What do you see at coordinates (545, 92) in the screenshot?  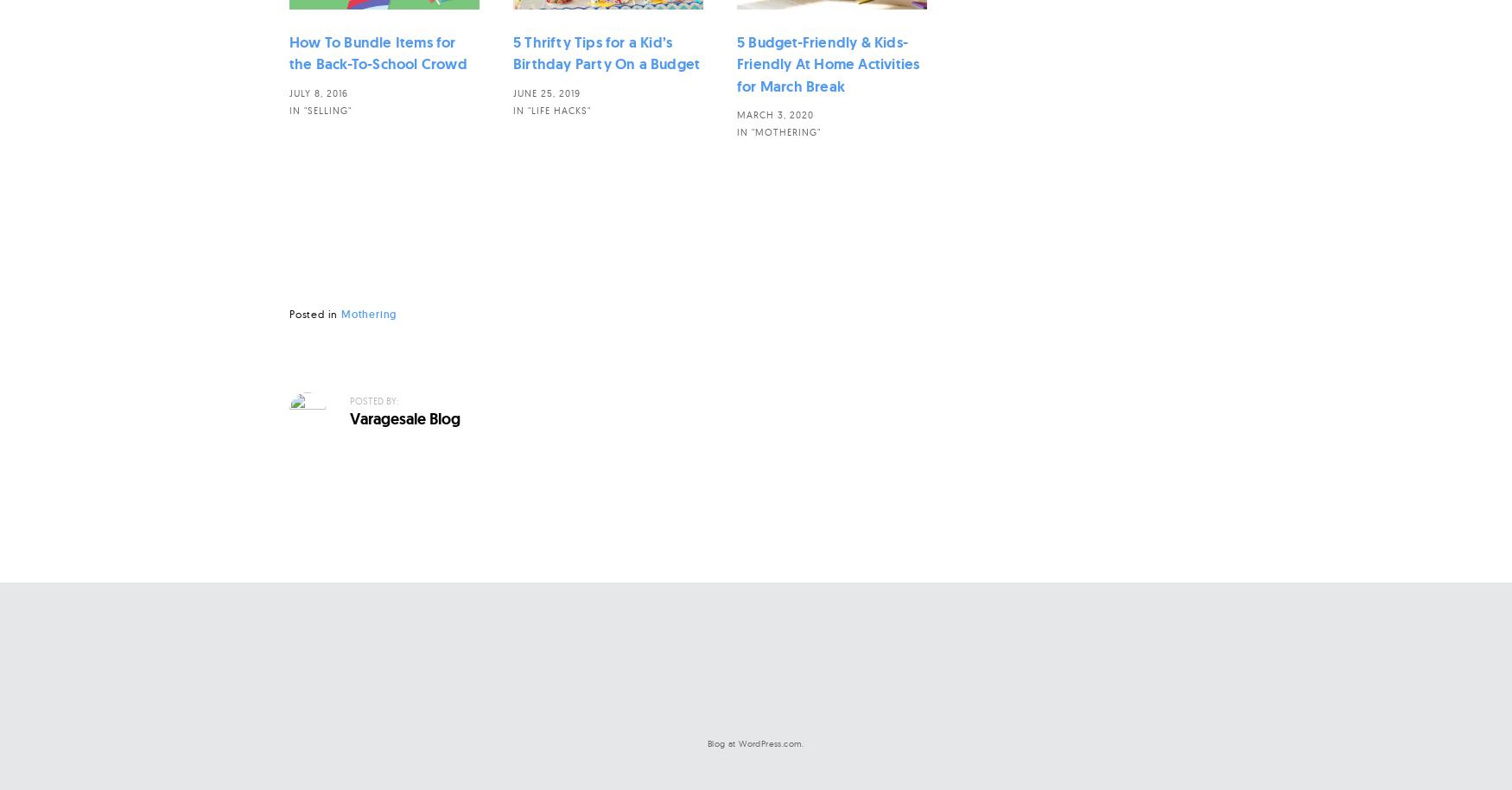 I see `'June 25, 2019'` at bounding box center [545, 92].